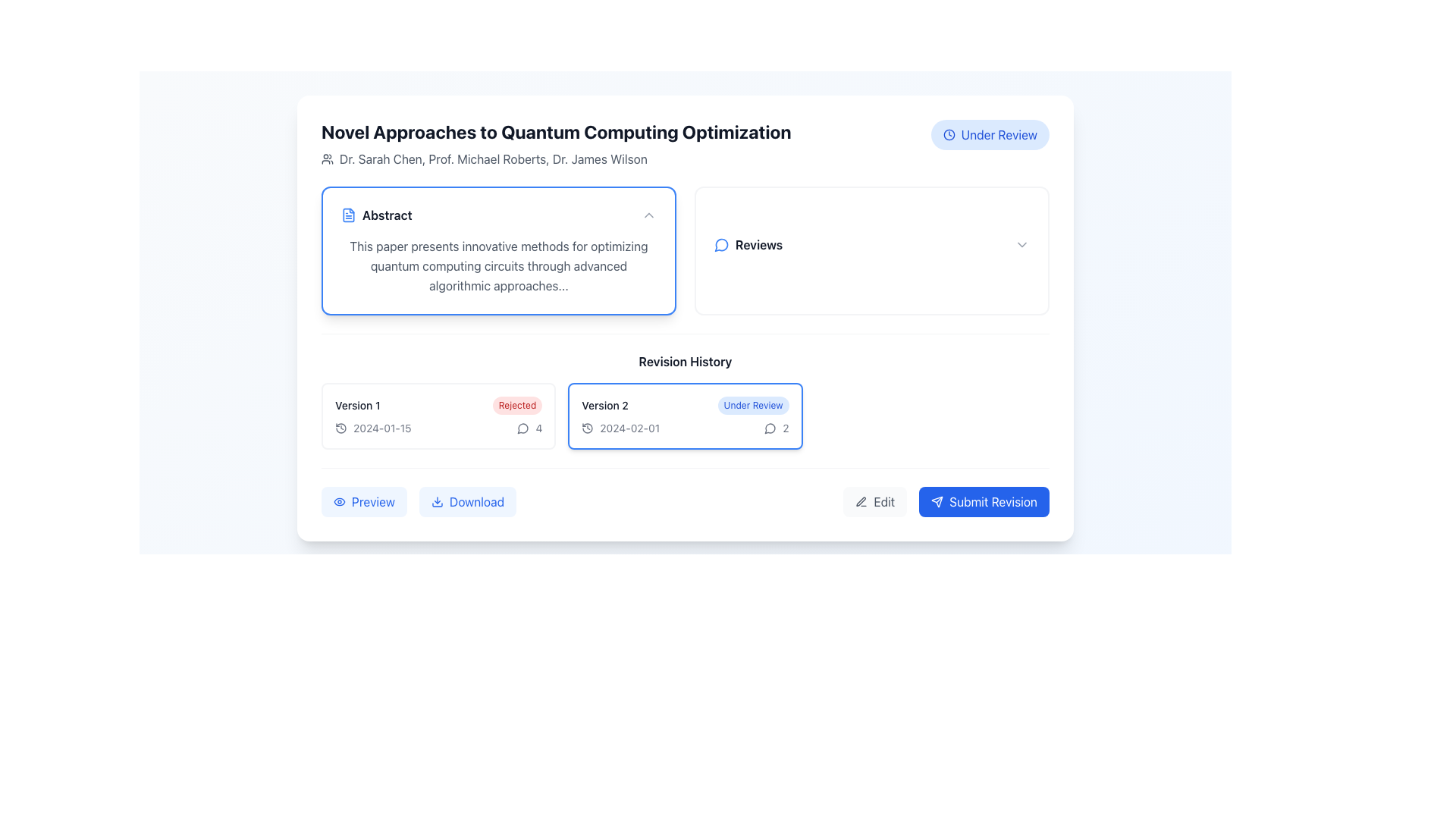 The width and height of the screenshot is (1456, 819). What do you see at coordinates (684, 405) in the screenshot?
I see `topmost Text Label in the second revision block of the 'Revision History' section, which indicates the revision number and its current review status` at bounding box center [684, 405].